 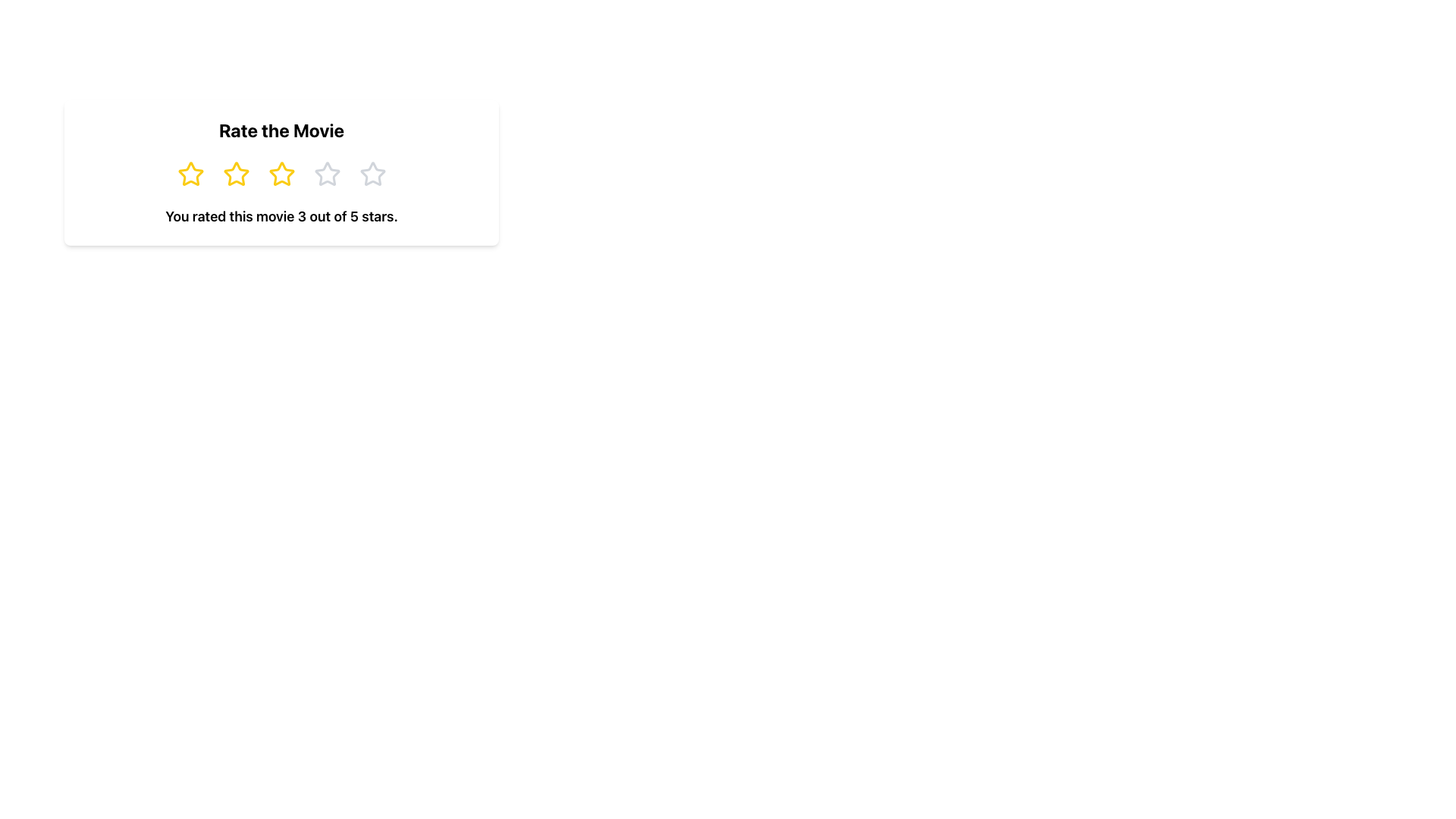 I want to click on the second star icon in the rating system, so click(x=235, y=173).